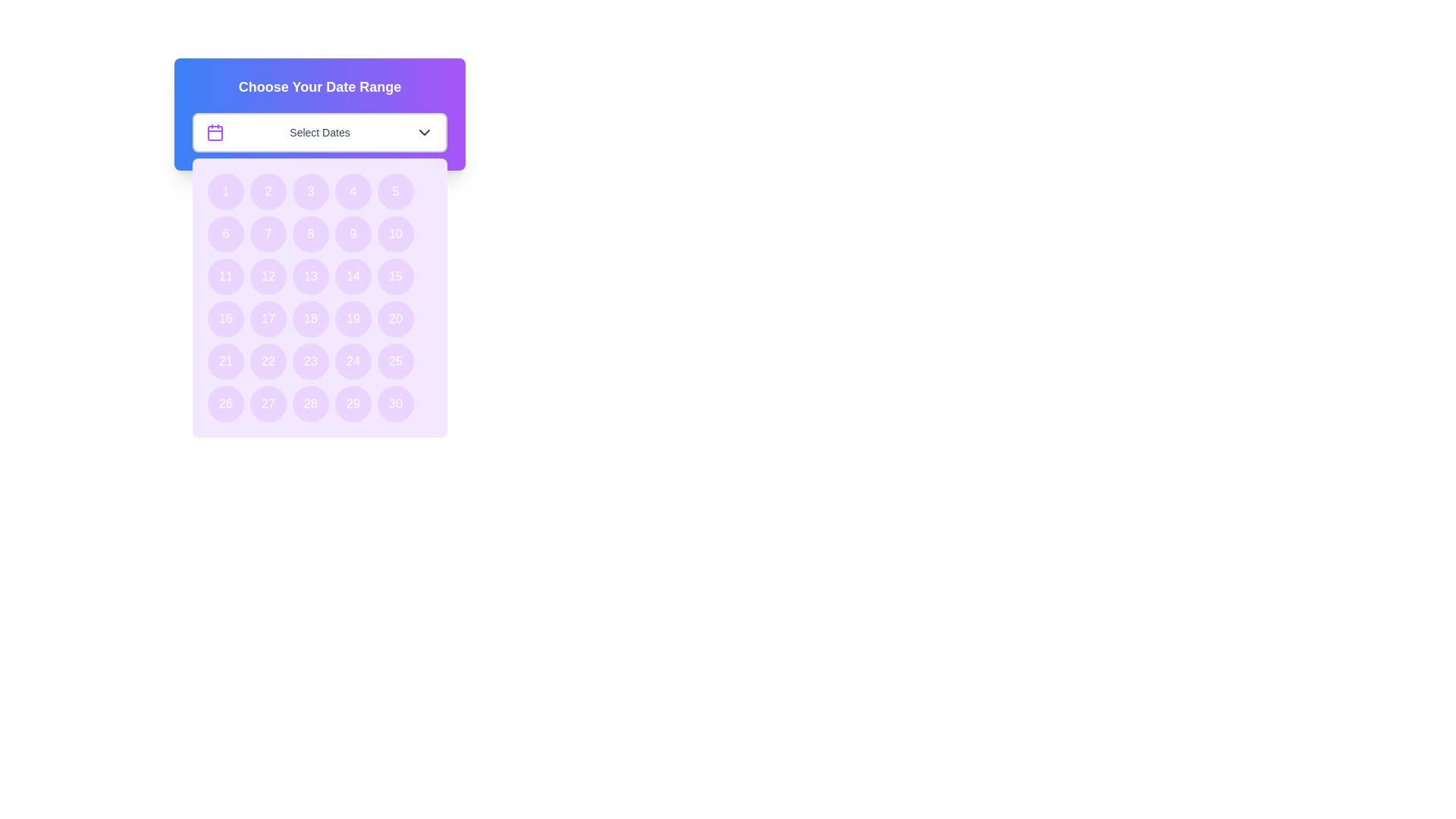 This screenshot has height=819, width=1456. What do you see at coordinates (319, 131) in the screenshot?
I see `text label 'Select Dates' that is positioned between the calendar icon and the dropdown indicator in the toolbar` at bounding box center [319, 131].